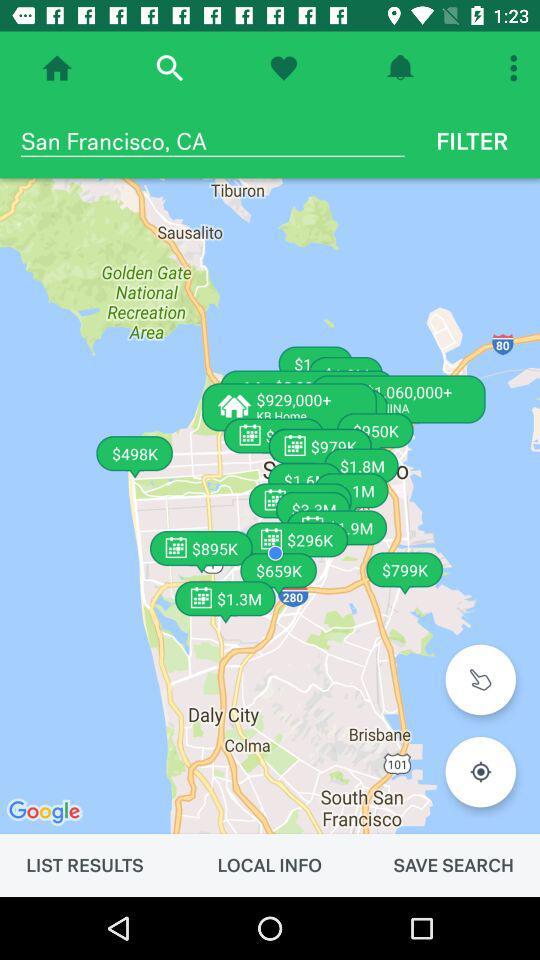  Describe the element at coordinates (472, 140) in the screenshot. I see `filter` at that location.